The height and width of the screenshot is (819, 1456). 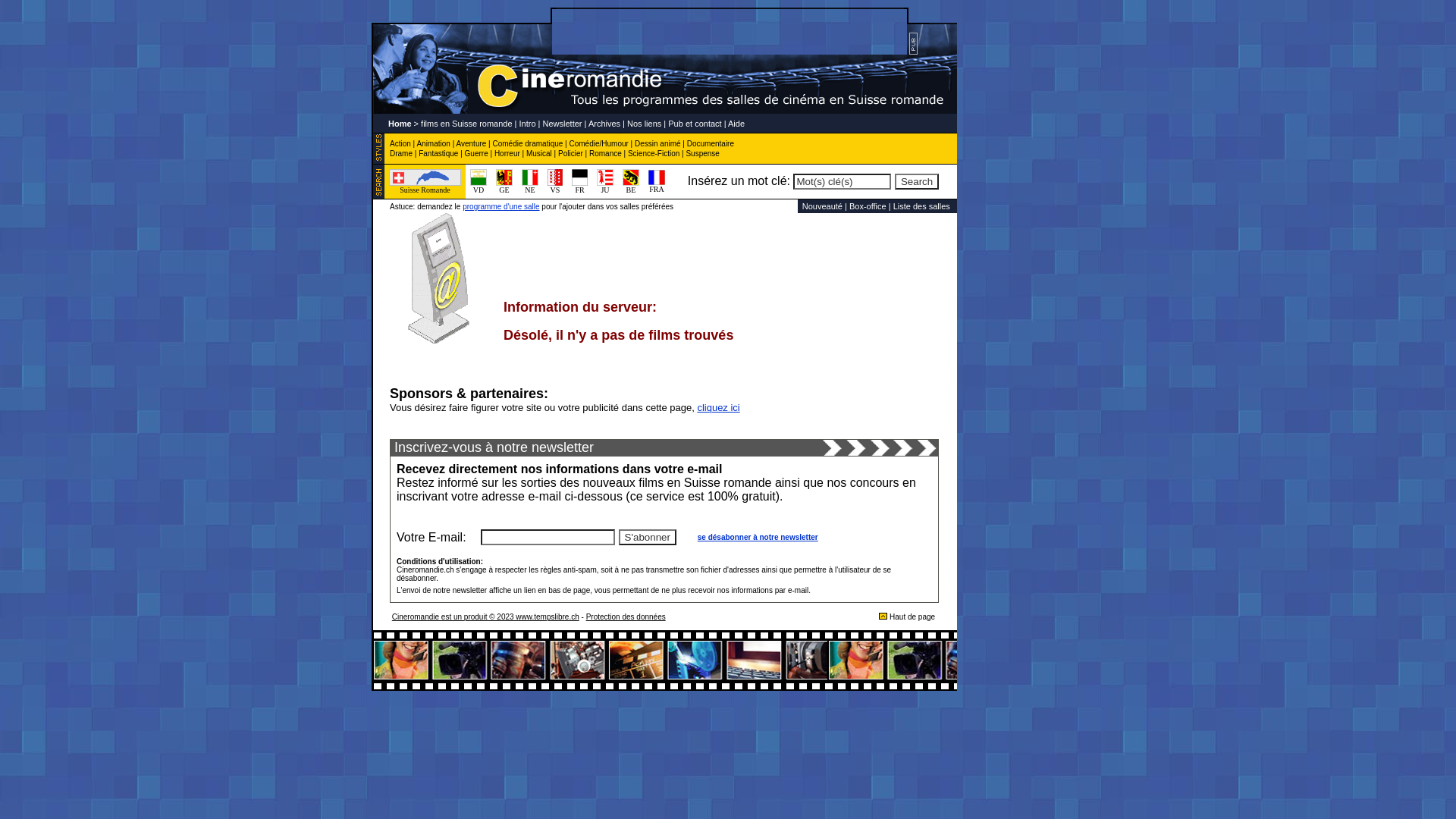 What do you see at coordinates (736, 122) in the screenshot?
I see `'Aide'` at bounding box center [736, 122].